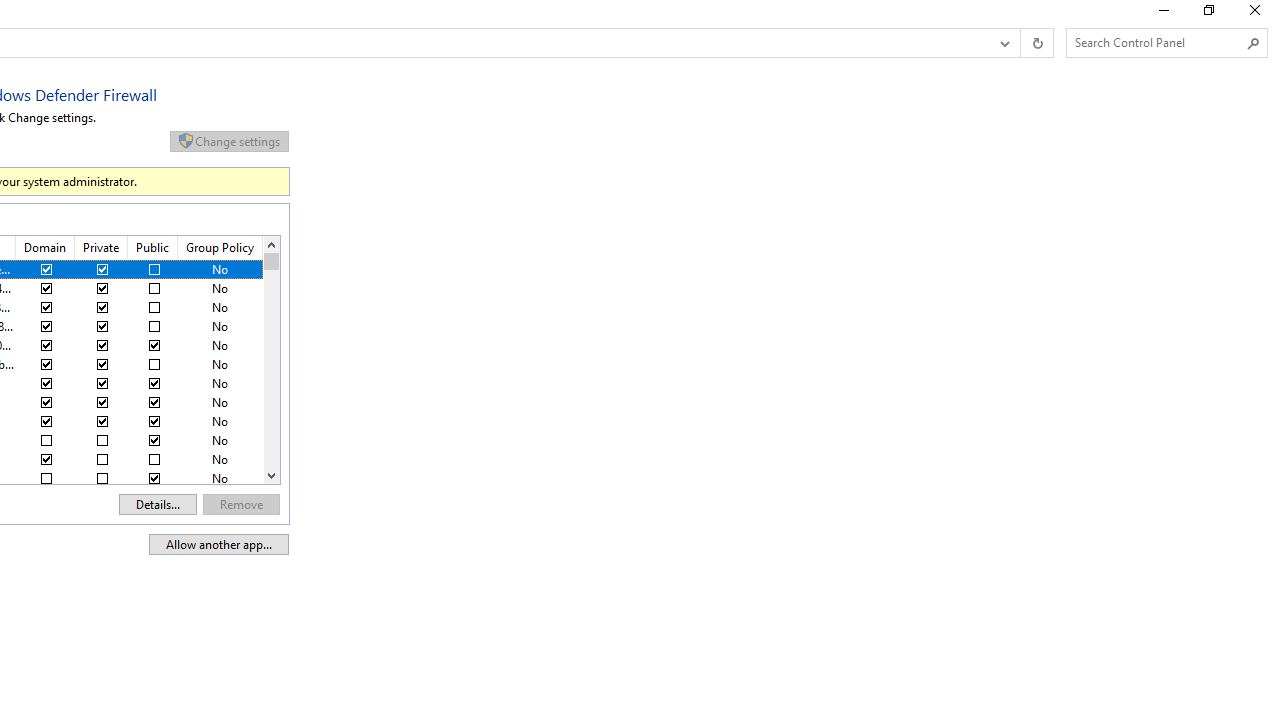 The width and height of the screenshot is (1280, 720). What do you see at coordinates (1162, 15) in the screenshot?
I see `'Minimize'` at bounding box center [1162, 15].